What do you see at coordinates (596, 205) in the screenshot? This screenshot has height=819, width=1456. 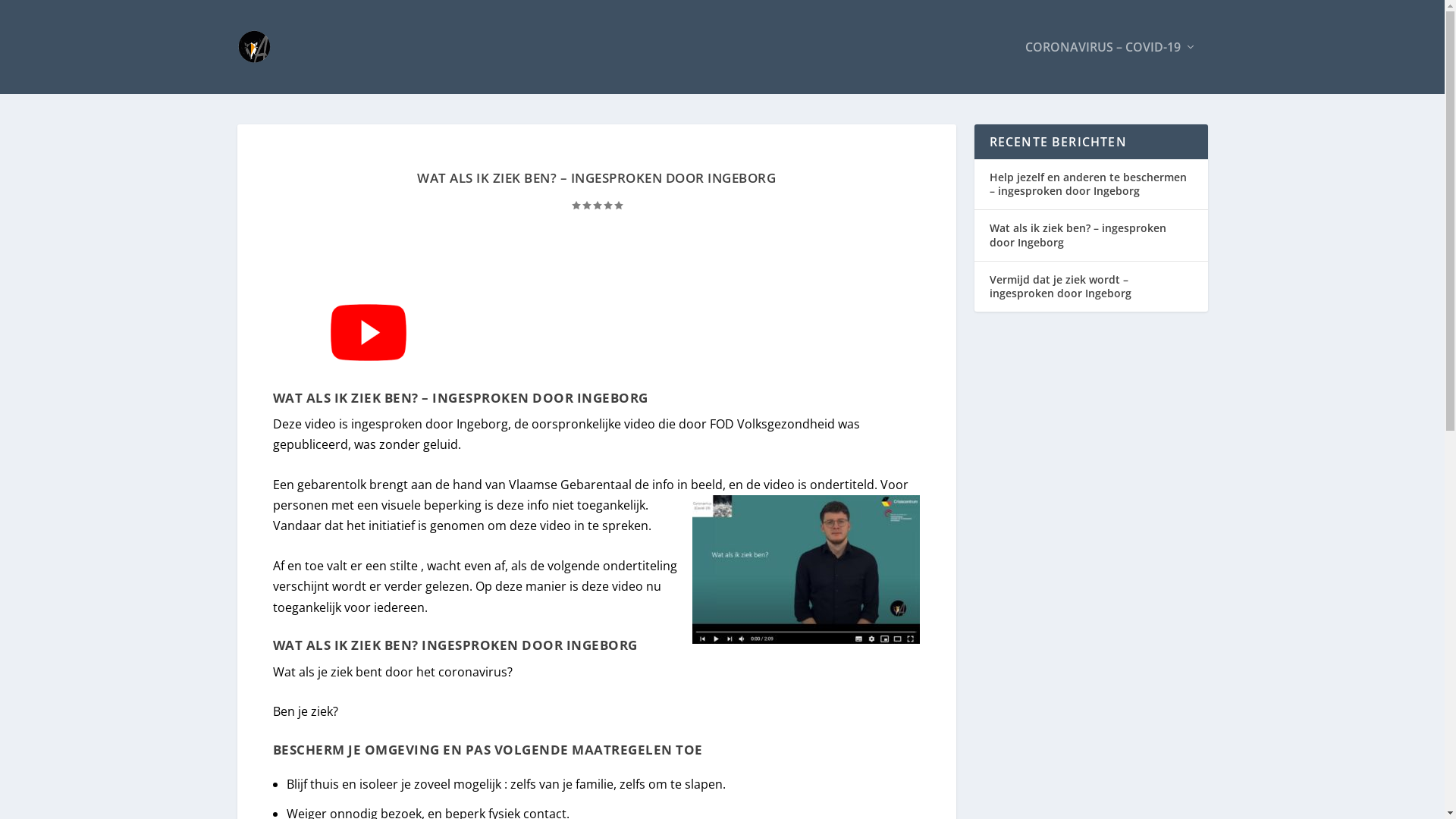 I see `'Rating: 5.00'` at bounding box center [596, 205].